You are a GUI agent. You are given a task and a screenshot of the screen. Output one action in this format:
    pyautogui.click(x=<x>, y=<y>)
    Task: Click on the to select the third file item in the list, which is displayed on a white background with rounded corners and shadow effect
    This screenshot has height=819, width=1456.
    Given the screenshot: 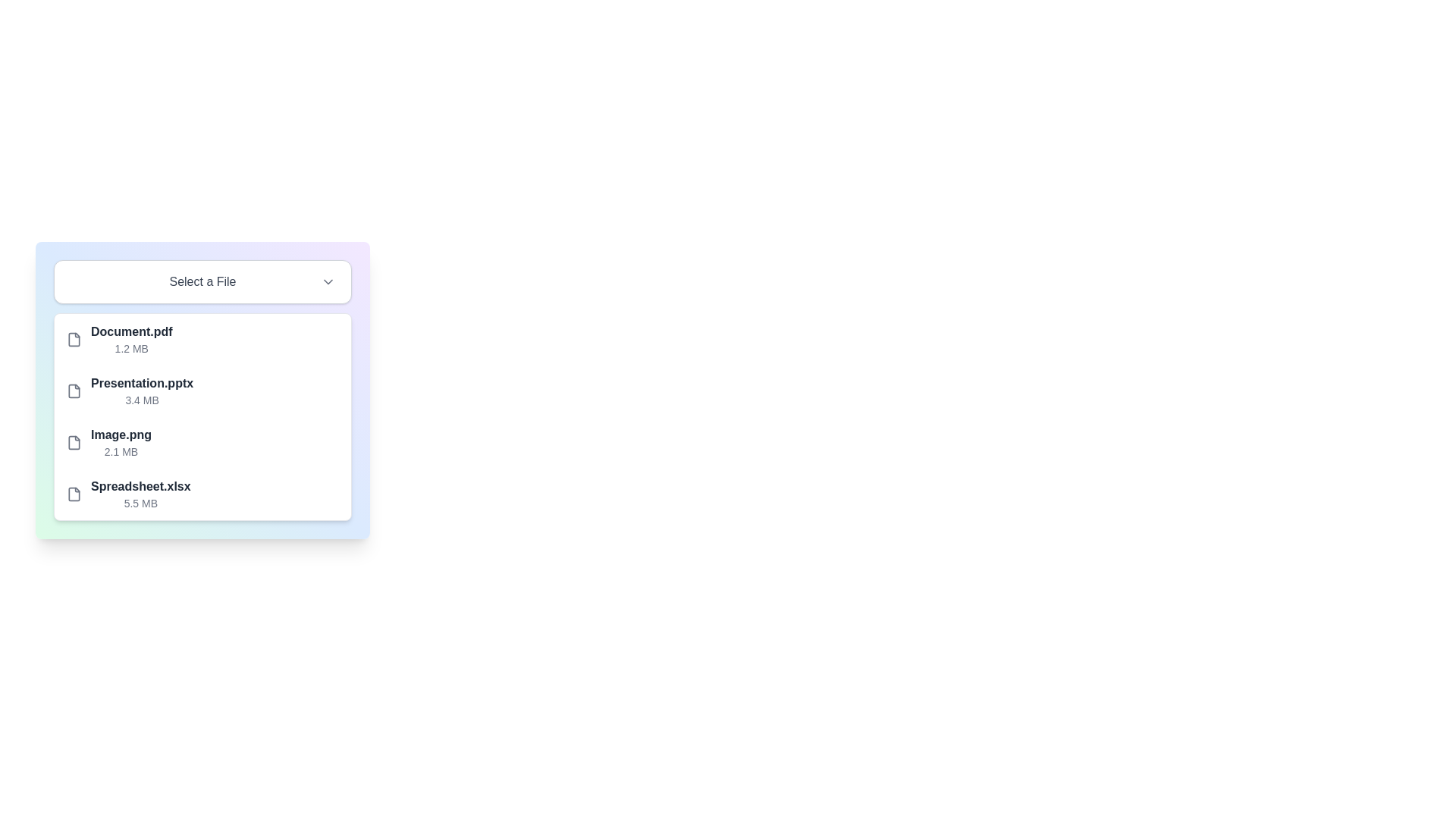 What is the action you would take?
    pyautogui.click(x=202, y=417)
    